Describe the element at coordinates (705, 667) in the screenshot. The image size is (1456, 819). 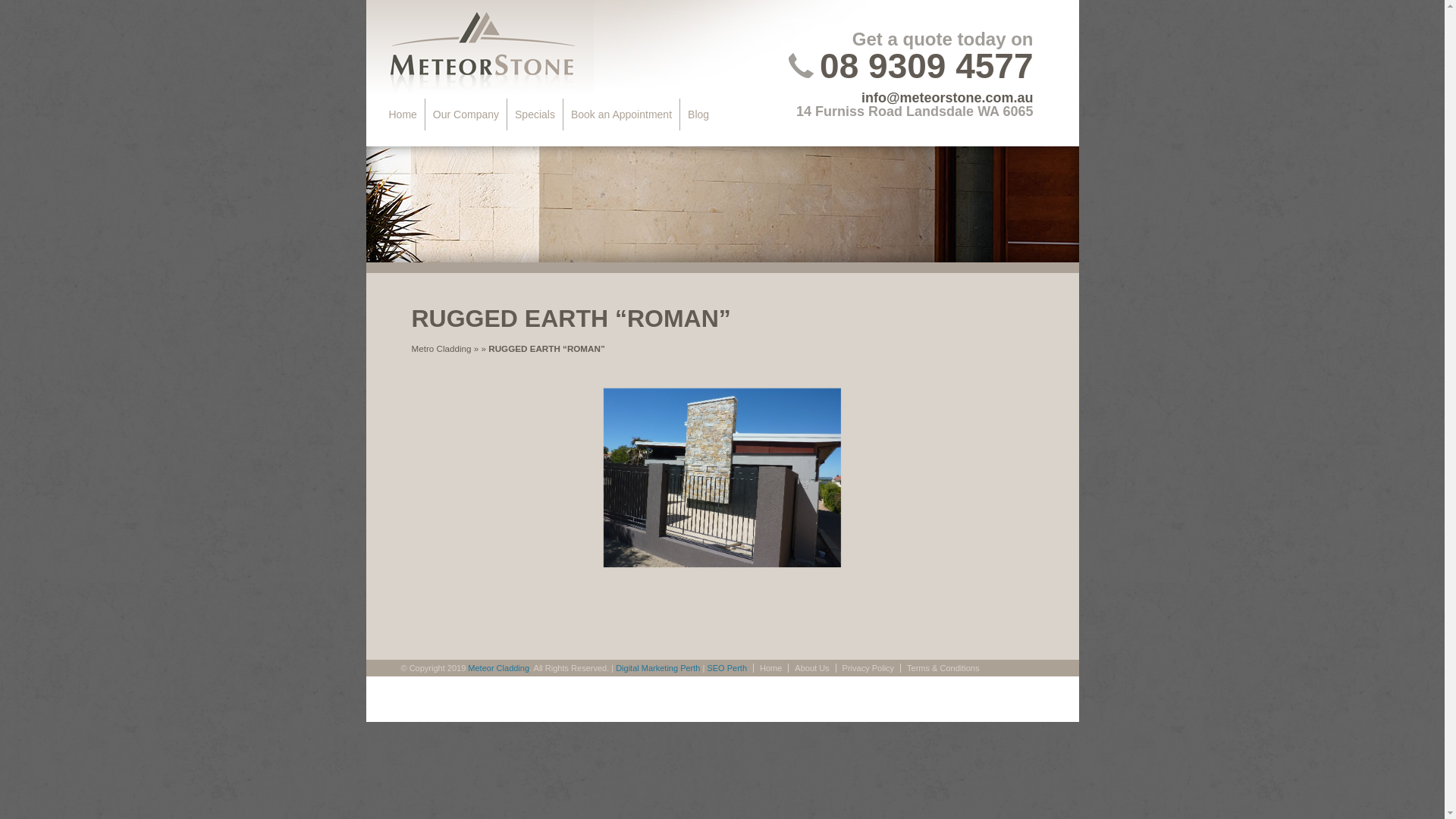
I see `'SEO Perth'` at that location.